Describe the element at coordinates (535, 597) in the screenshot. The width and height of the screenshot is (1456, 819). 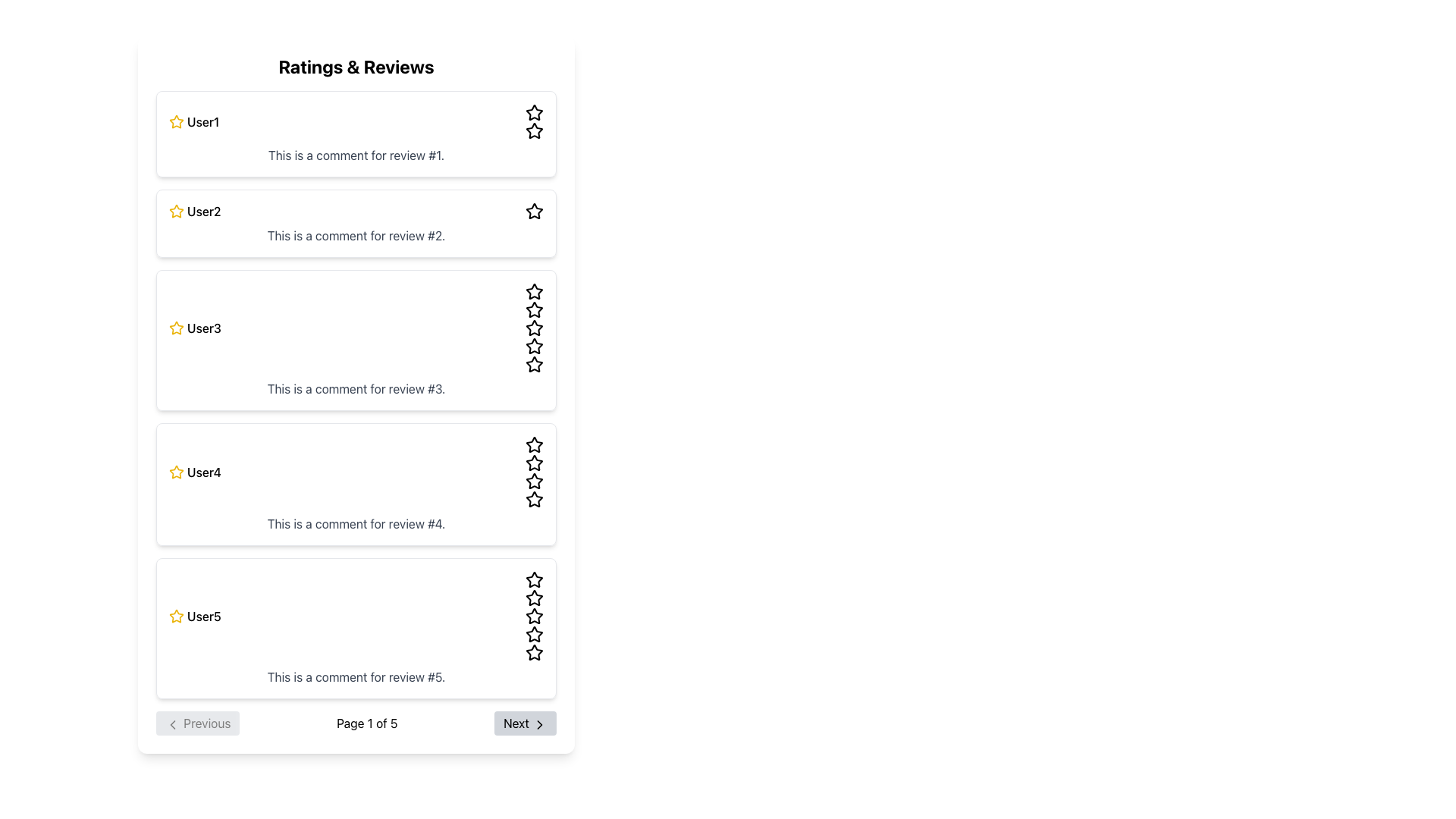
I see `the second rating star icon associated with User5's review` at that location.